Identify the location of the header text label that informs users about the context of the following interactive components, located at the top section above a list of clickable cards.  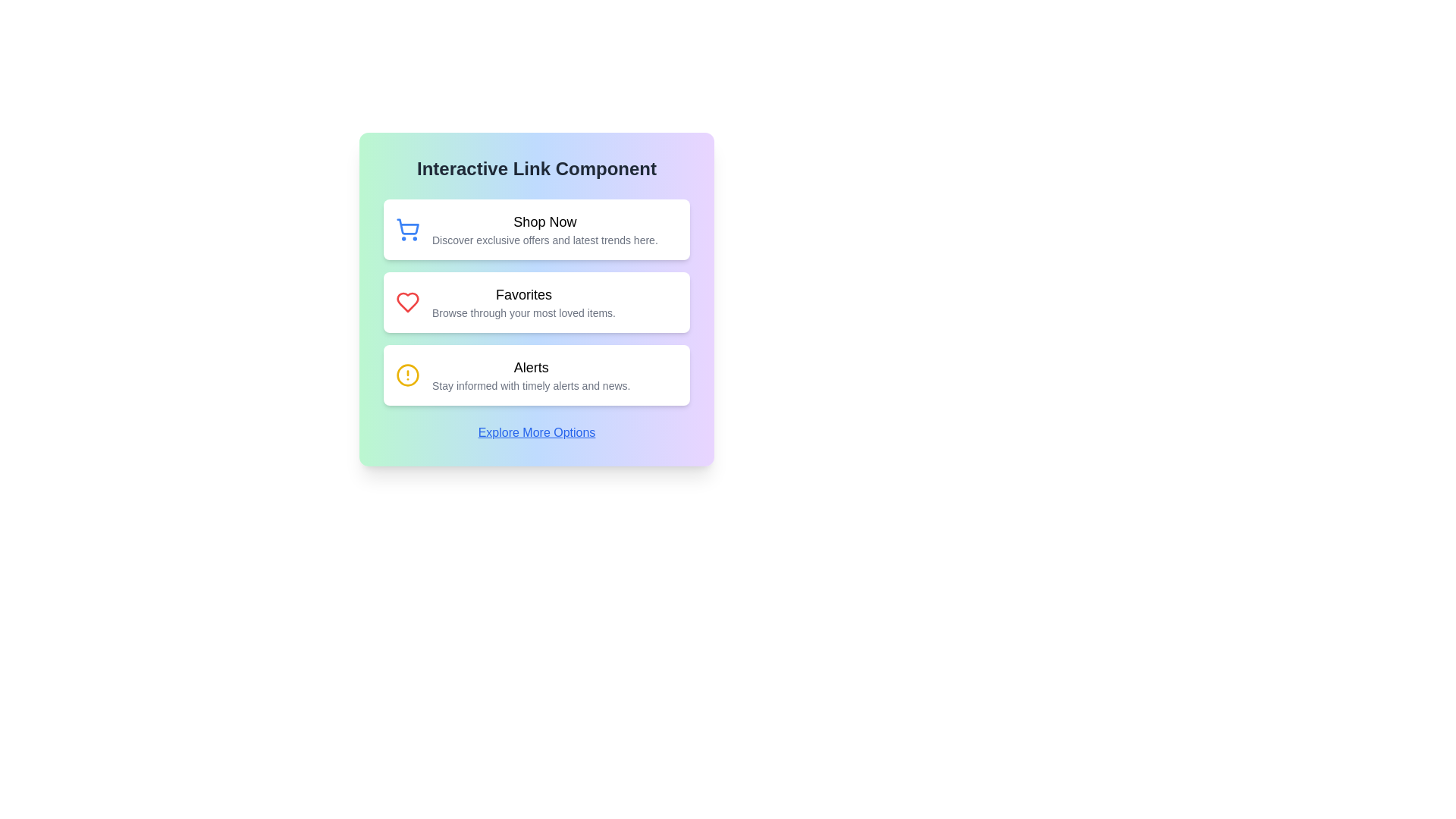
(537, 169).